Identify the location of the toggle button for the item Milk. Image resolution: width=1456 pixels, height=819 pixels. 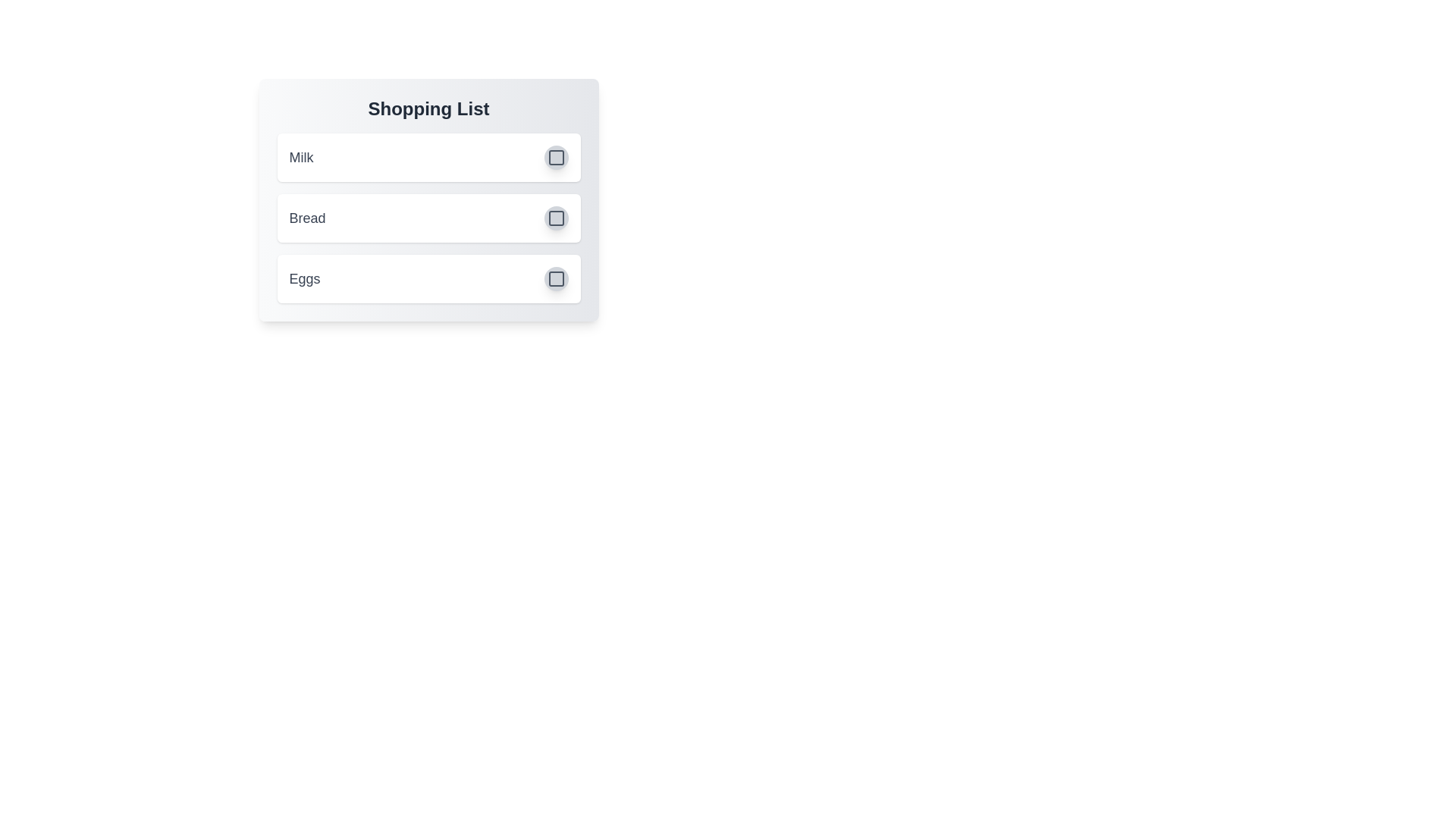
(555, 158).